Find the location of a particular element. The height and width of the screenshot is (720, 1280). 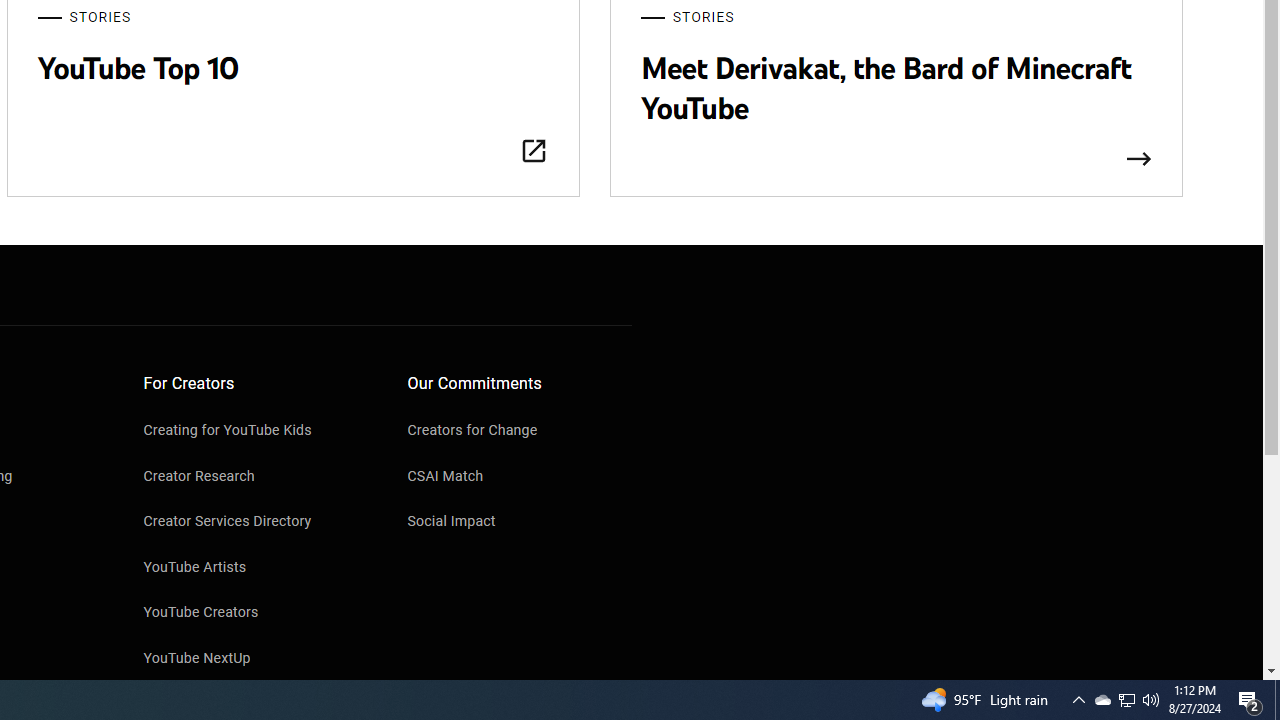

'CSAI Match' is located at coordinates (519, 478).